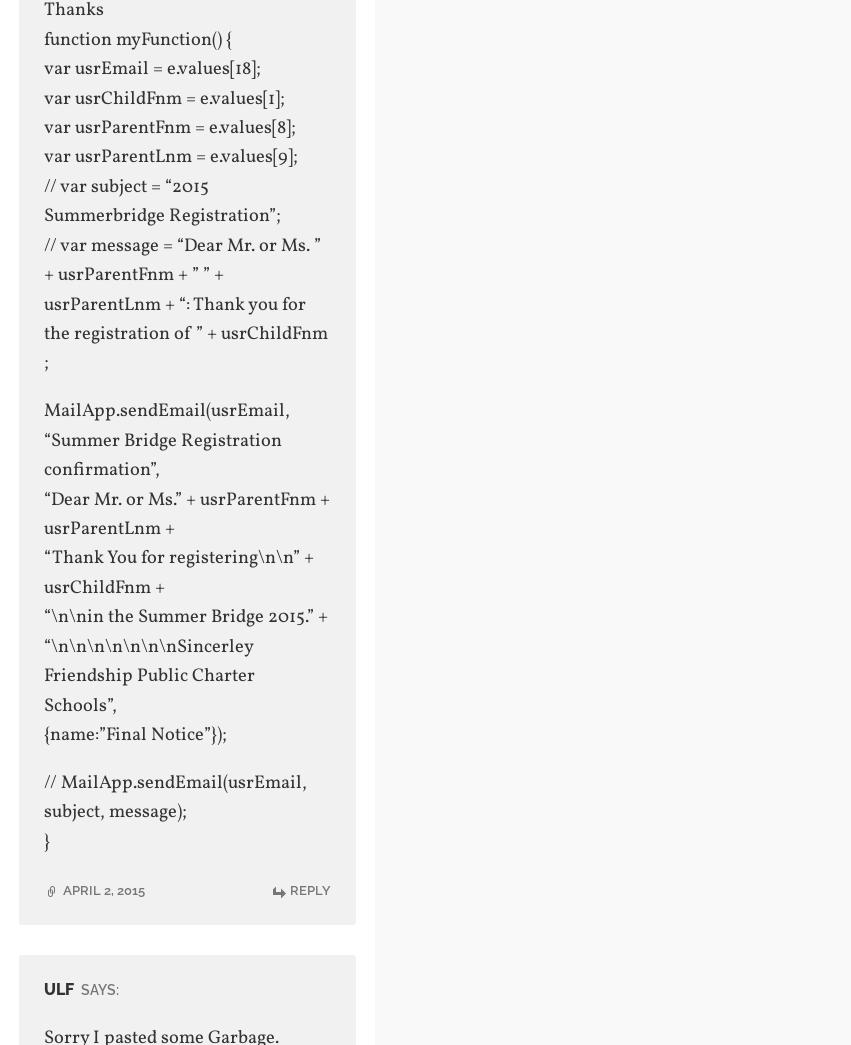  Describe the element at coordinates (309, 890) in the screenshot. I see `'Reply'` at that location.